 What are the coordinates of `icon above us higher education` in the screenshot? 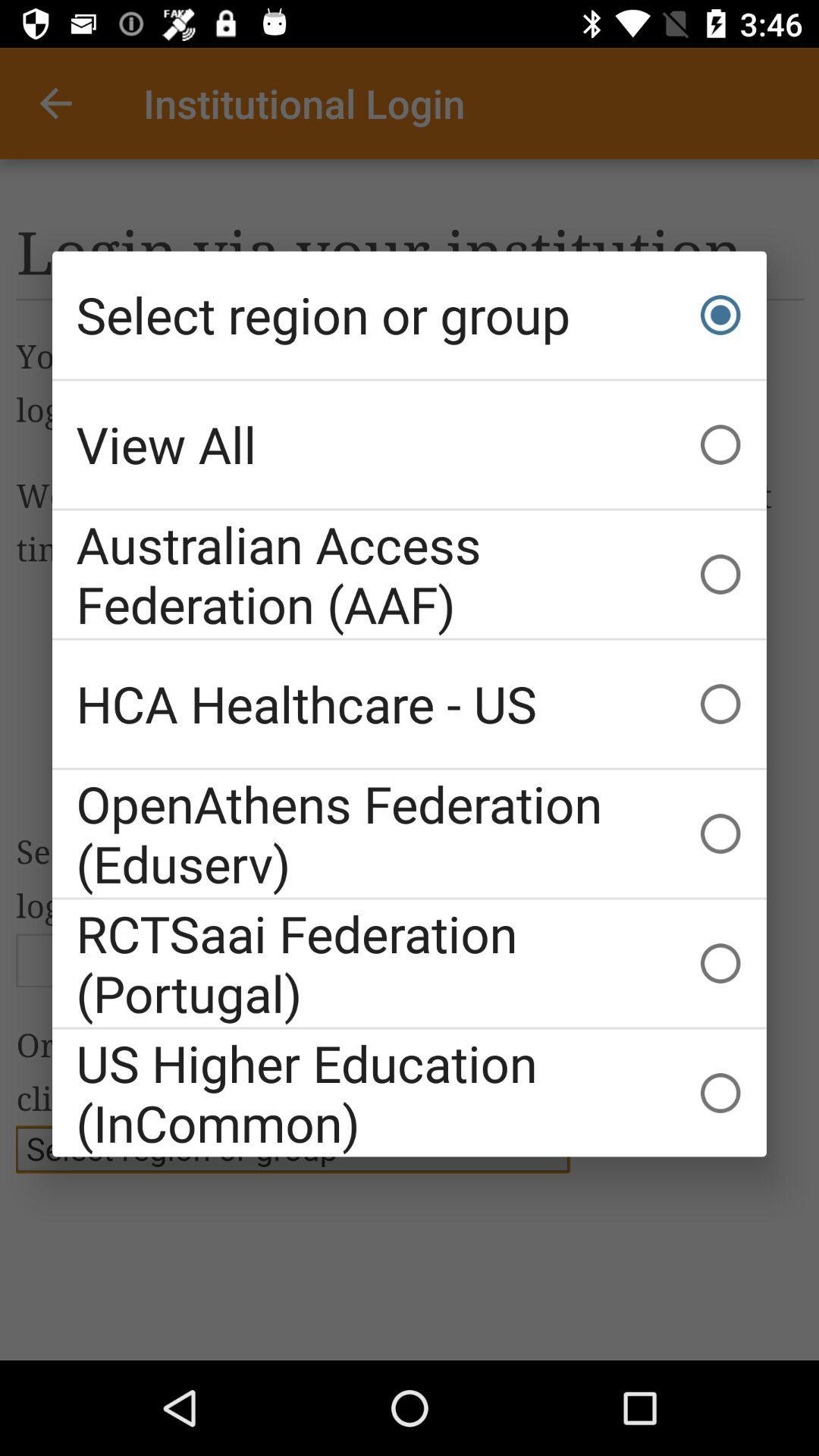 It's located at (409, 962).